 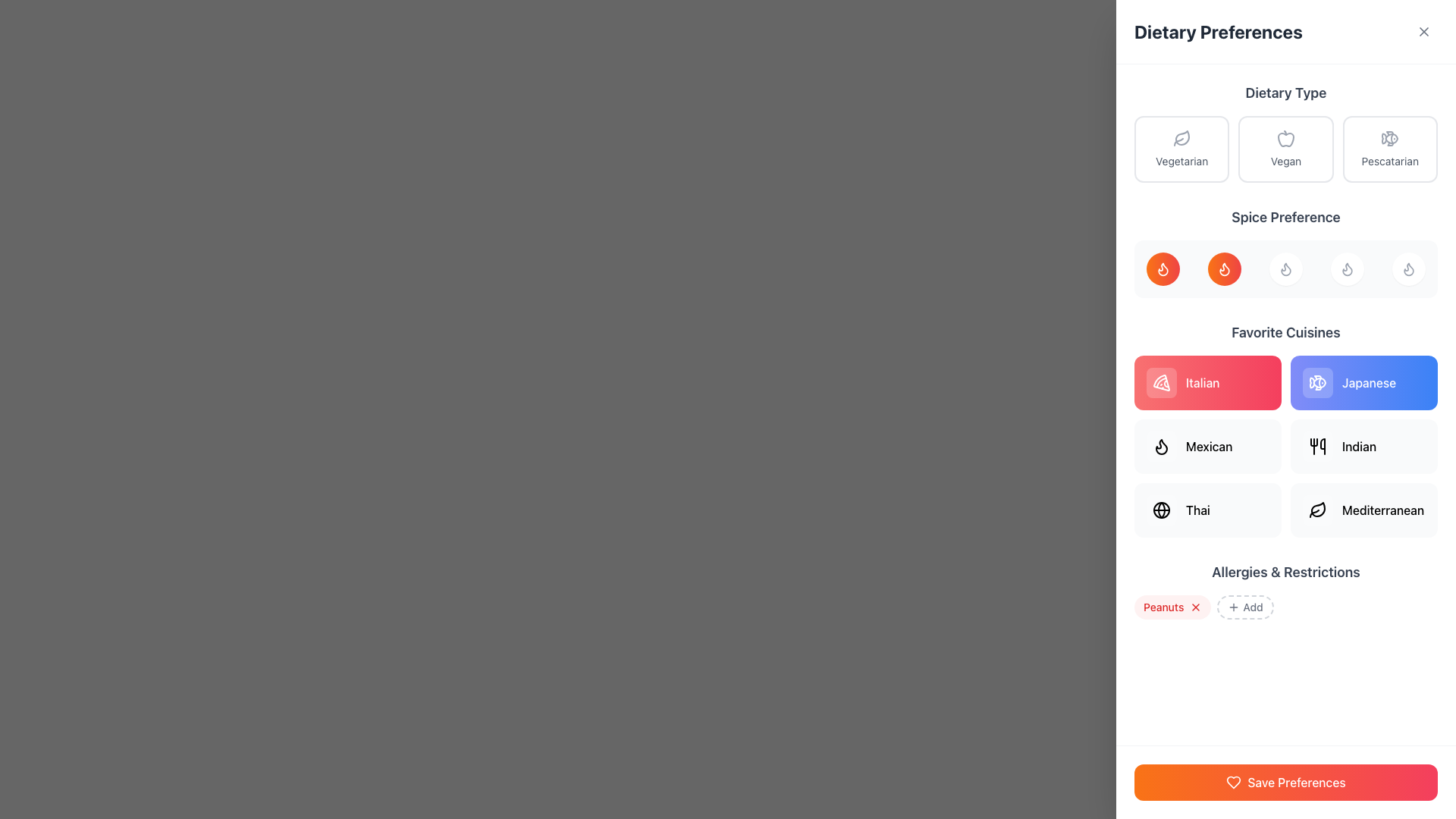 I want to click on the vibrant flame icon styled with a gradient effect from orange to red in the 'Dietary Preferences' panel under the 'Spice Preference' section, so click(x=1163, y=268).